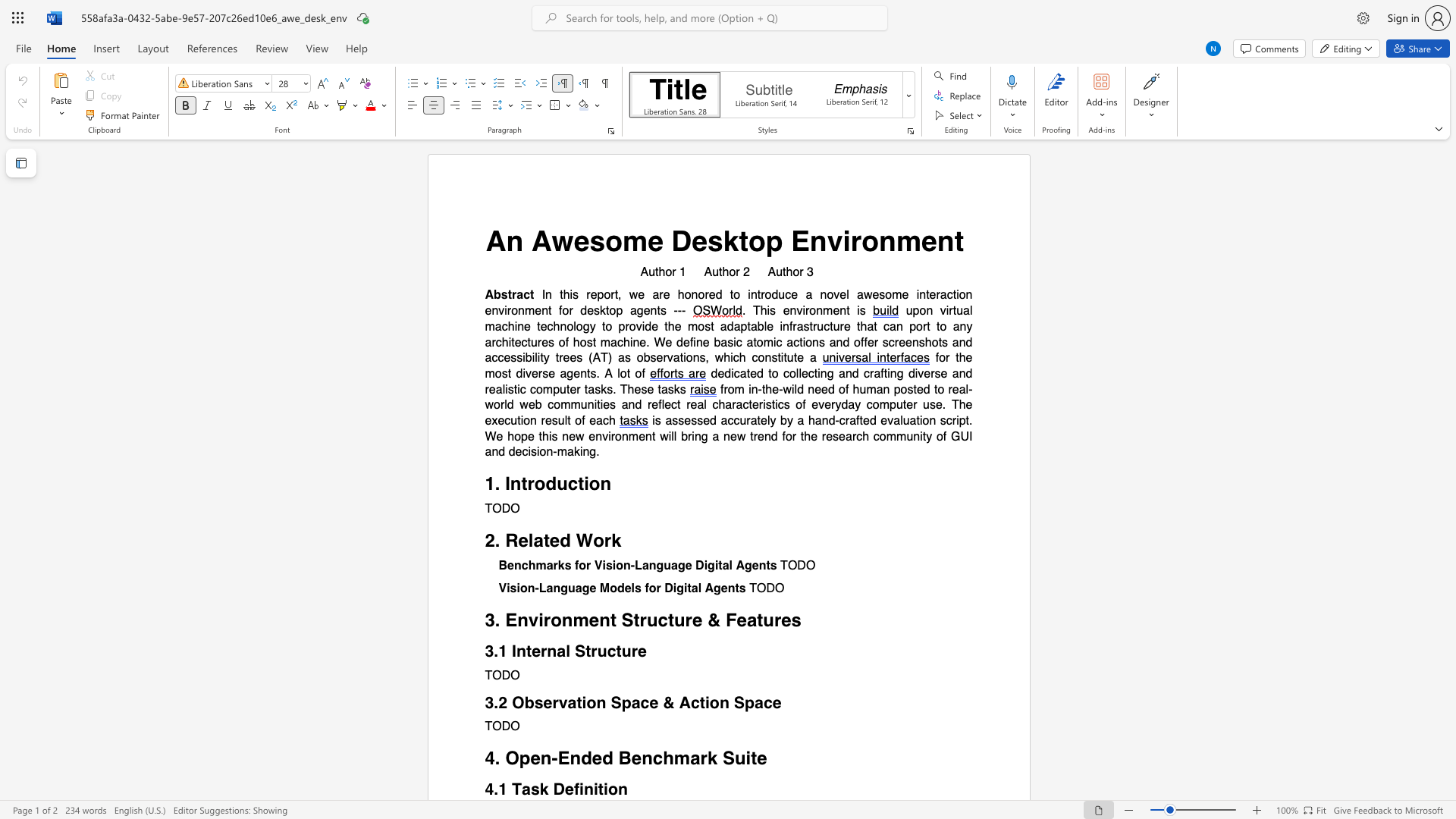 The height and width of the screenshot is (819, 1456). What do you see at coordinates (708, 702) in the screenshot?
I see `the subset text "on Space" within the text "3.2 Observation Space & Action Space"` at bounding box center [708, 702].